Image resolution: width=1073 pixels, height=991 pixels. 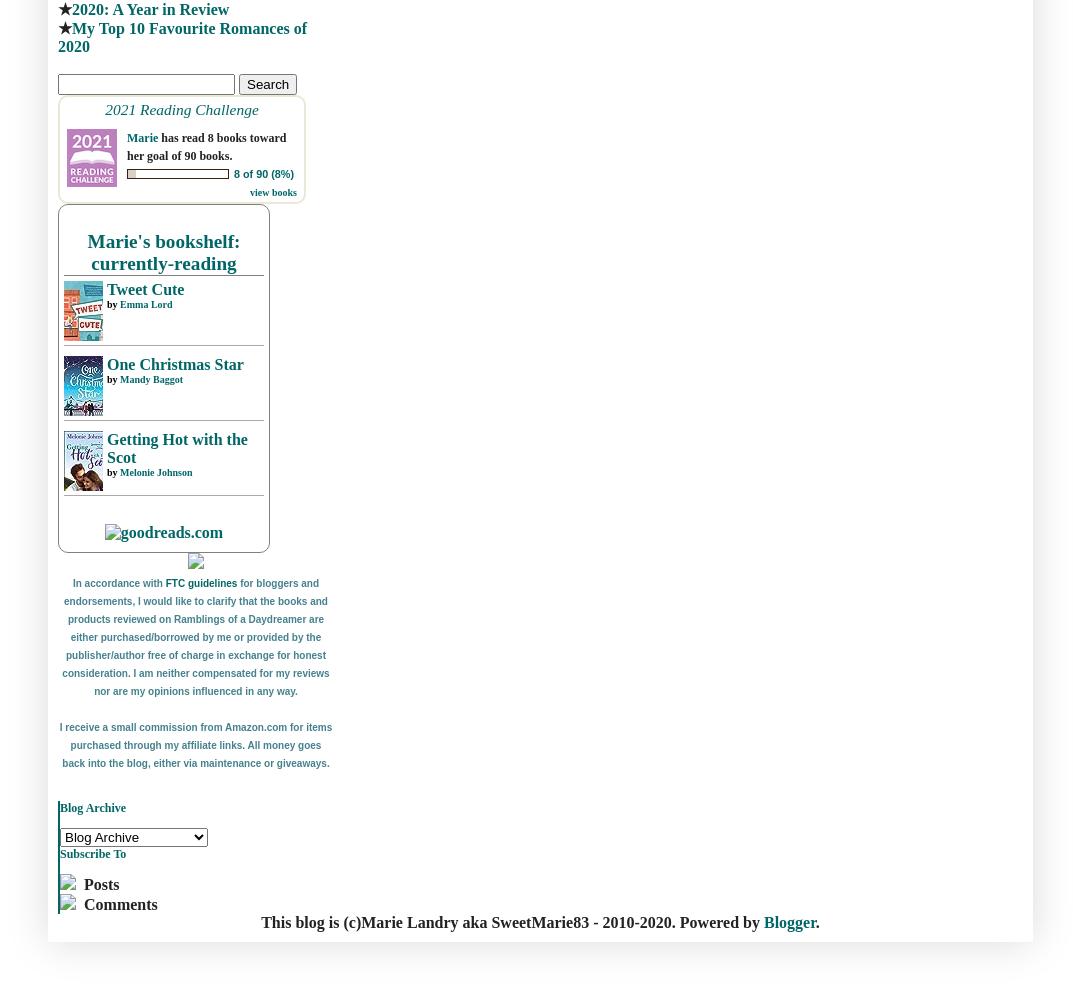 I want to click on '.', so click(x=816, y=921).